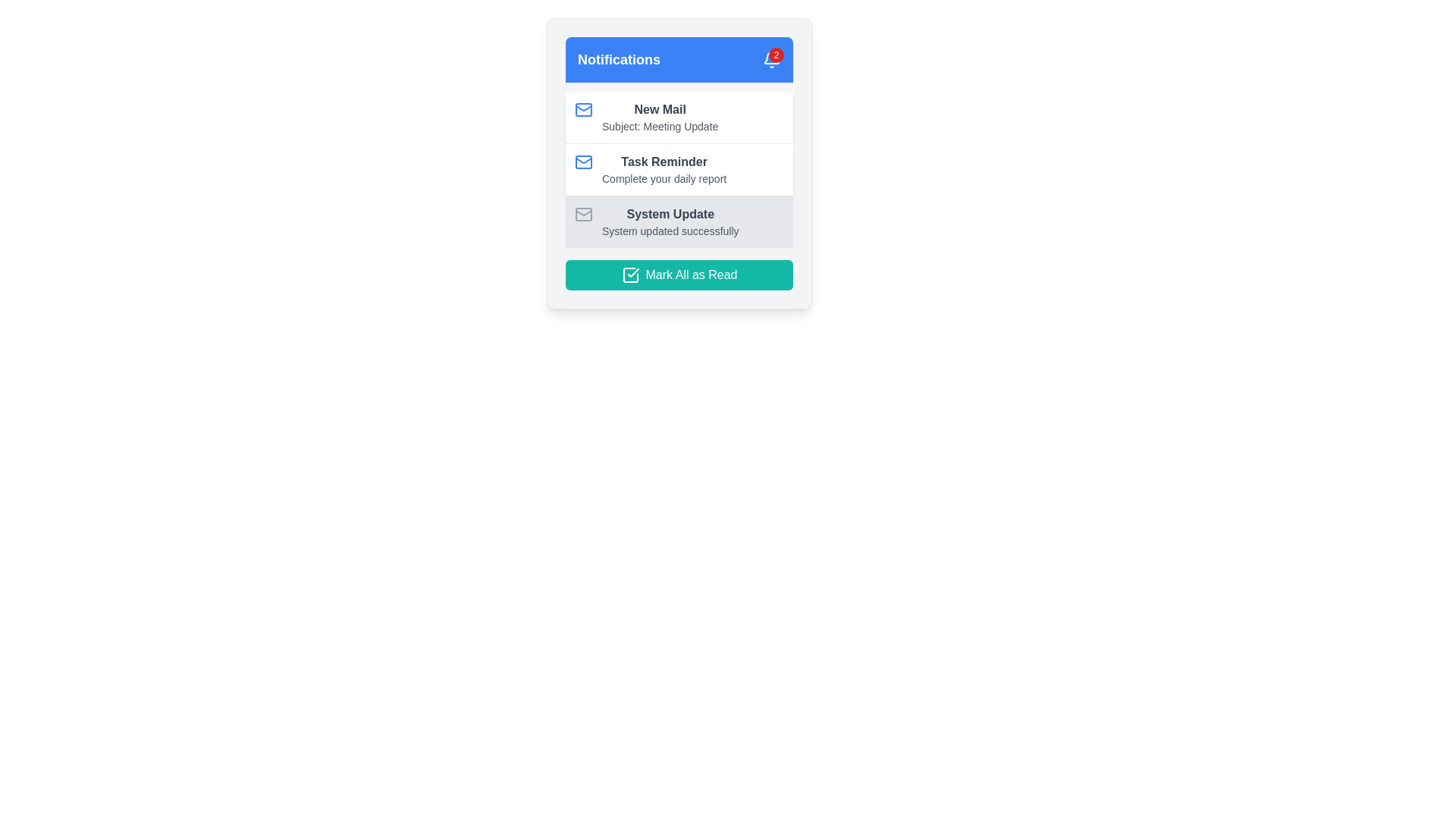  Describe the element at coordinates (582, 109) in the screenshot. I see `the mail envelope icon with a blue outline representing an email notification, located at the top-left corner of the first notification item in the 'New Mail' list` at that location.